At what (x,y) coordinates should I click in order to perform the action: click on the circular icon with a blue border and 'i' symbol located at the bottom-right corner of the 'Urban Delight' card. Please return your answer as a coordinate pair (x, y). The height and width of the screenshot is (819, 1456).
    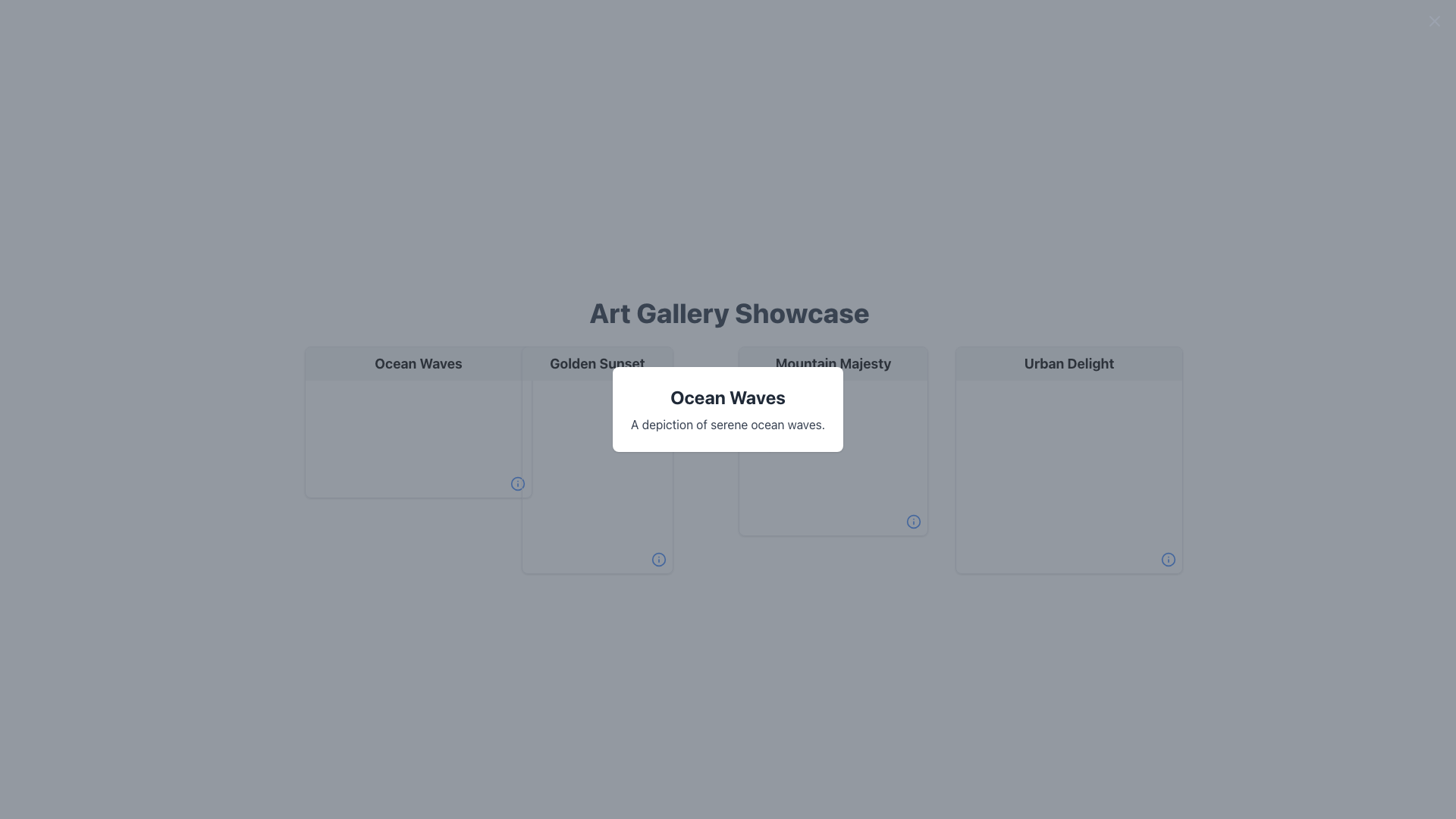
    Looking at the image, I should click on (1167, 559).